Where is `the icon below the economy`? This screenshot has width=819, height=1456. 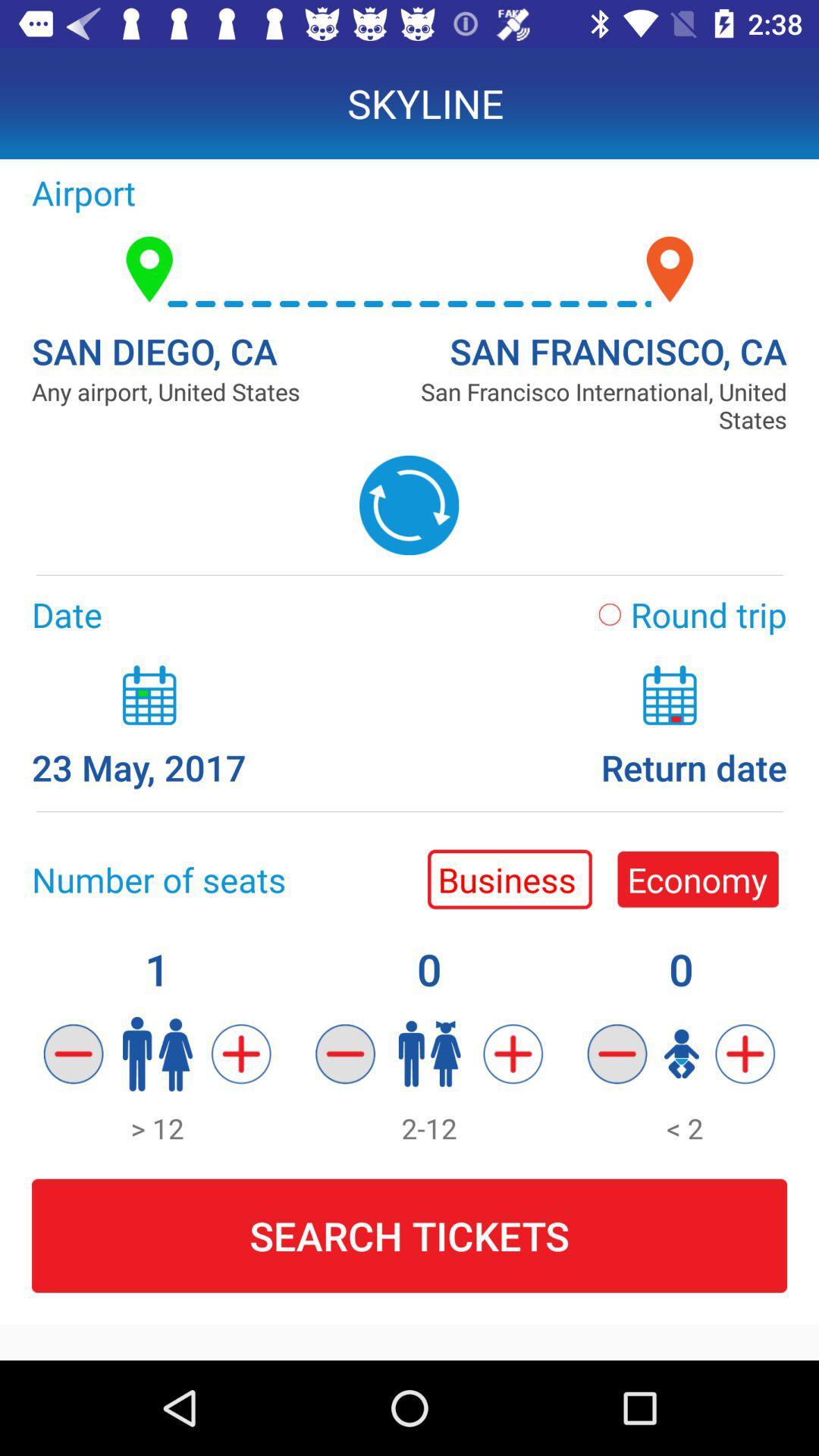
the icon below the economy is located at coordinates (617, 1053).